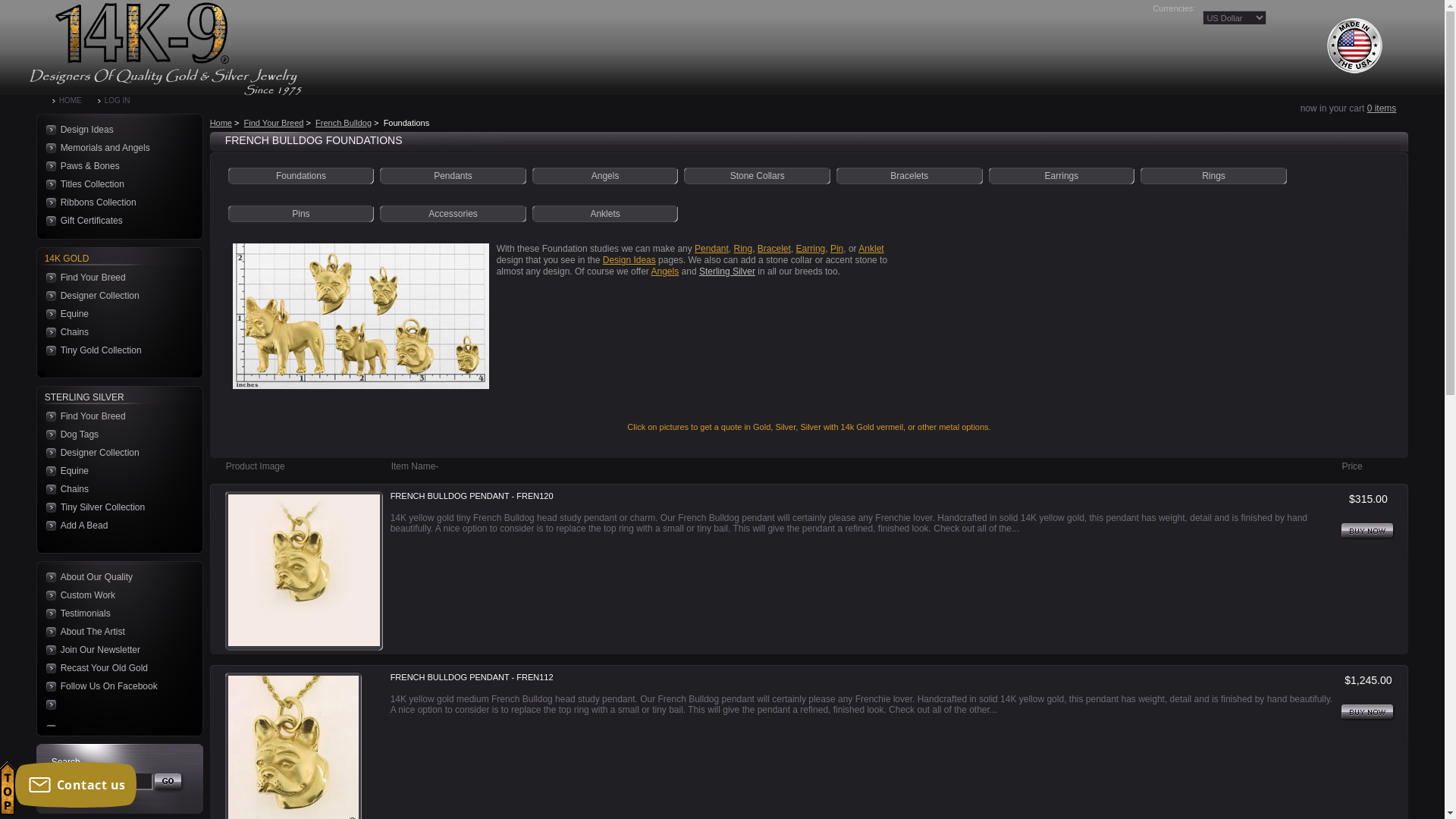  Describe the element at coordinates (301, 174) in the screenshot. I see `'Foundations'` at that location.